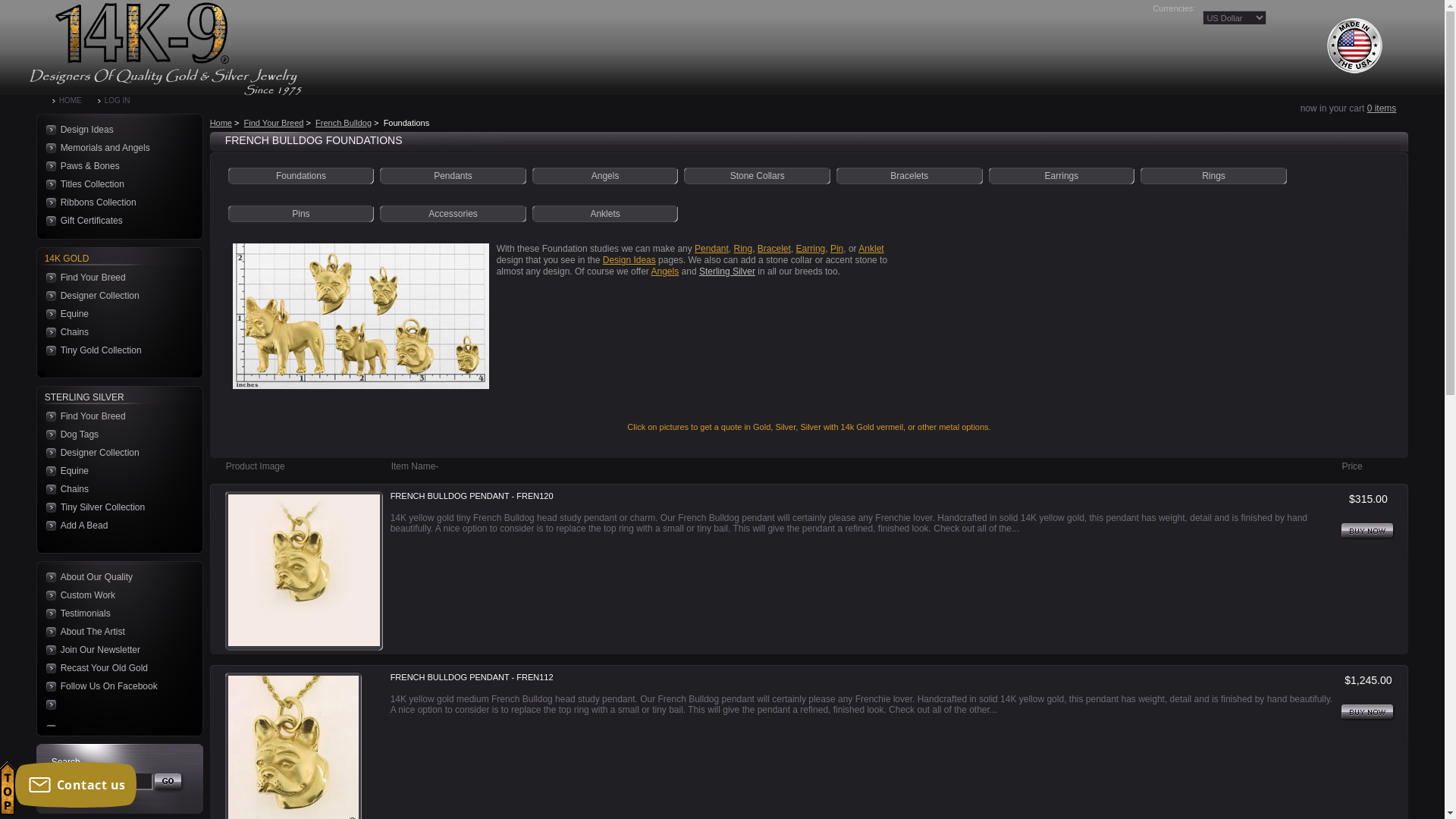  Describe the element at coordinates (301, 174) in the screenshot. I see `'Foundations'` at that location.